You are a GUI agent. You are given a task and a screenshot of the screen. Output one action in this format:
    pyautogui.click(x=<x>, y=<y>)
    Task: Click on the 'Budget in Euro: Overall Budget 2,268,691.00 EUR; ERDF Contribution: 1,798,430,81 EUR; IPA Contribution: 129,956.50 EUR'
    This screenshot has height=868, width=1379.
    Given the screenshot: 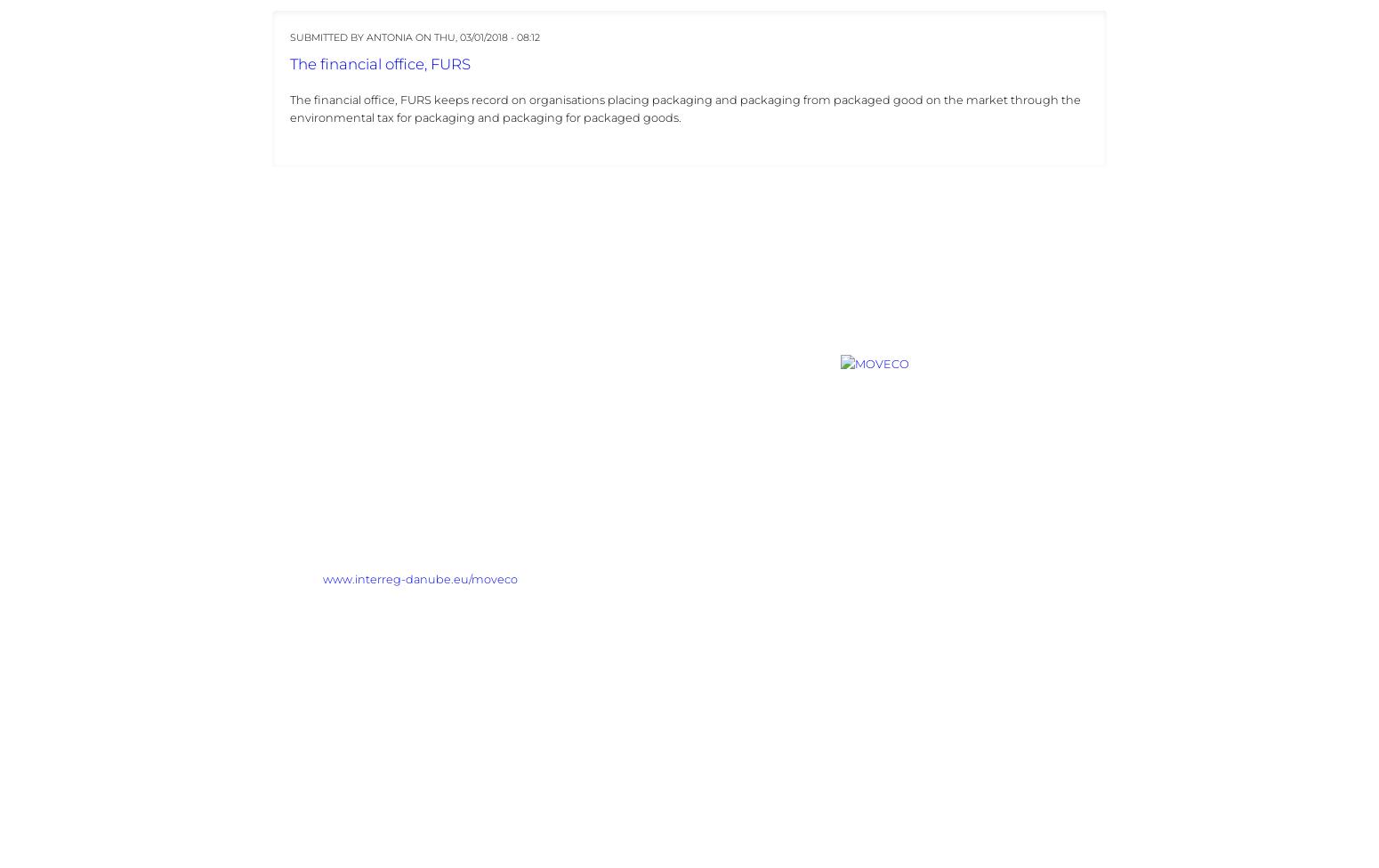 What is the action you would take?
    pyautogui.click(x=271, y=751)
    